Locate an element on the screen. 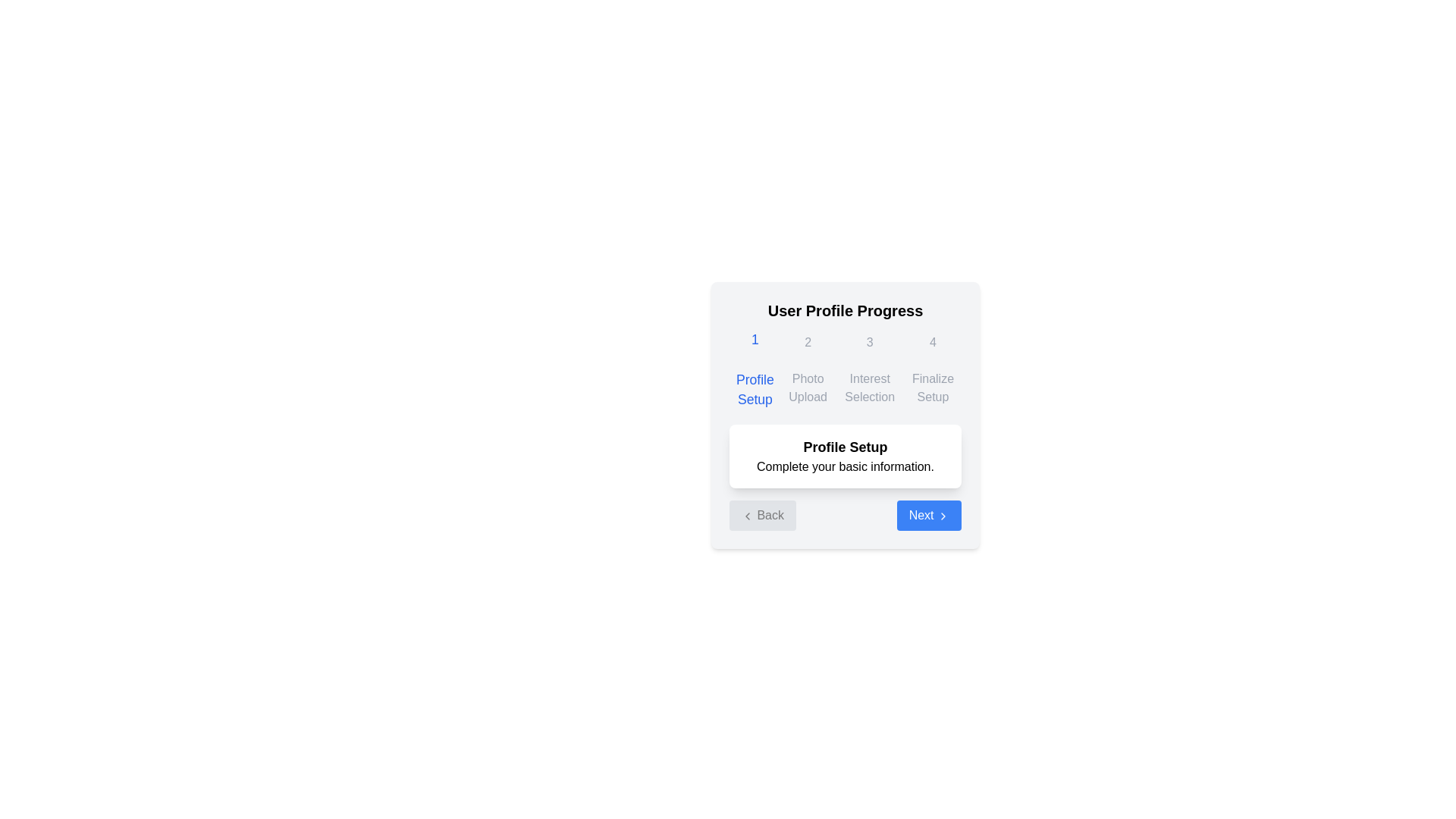 Image resolution: width=1456 pixels, height=819 pixels. the static text label element that reads 'Interest Selection', which is styled with light gray typography and is located beneath the number '3' in the third column of the progress indicator is located at coordinates (870, 388).